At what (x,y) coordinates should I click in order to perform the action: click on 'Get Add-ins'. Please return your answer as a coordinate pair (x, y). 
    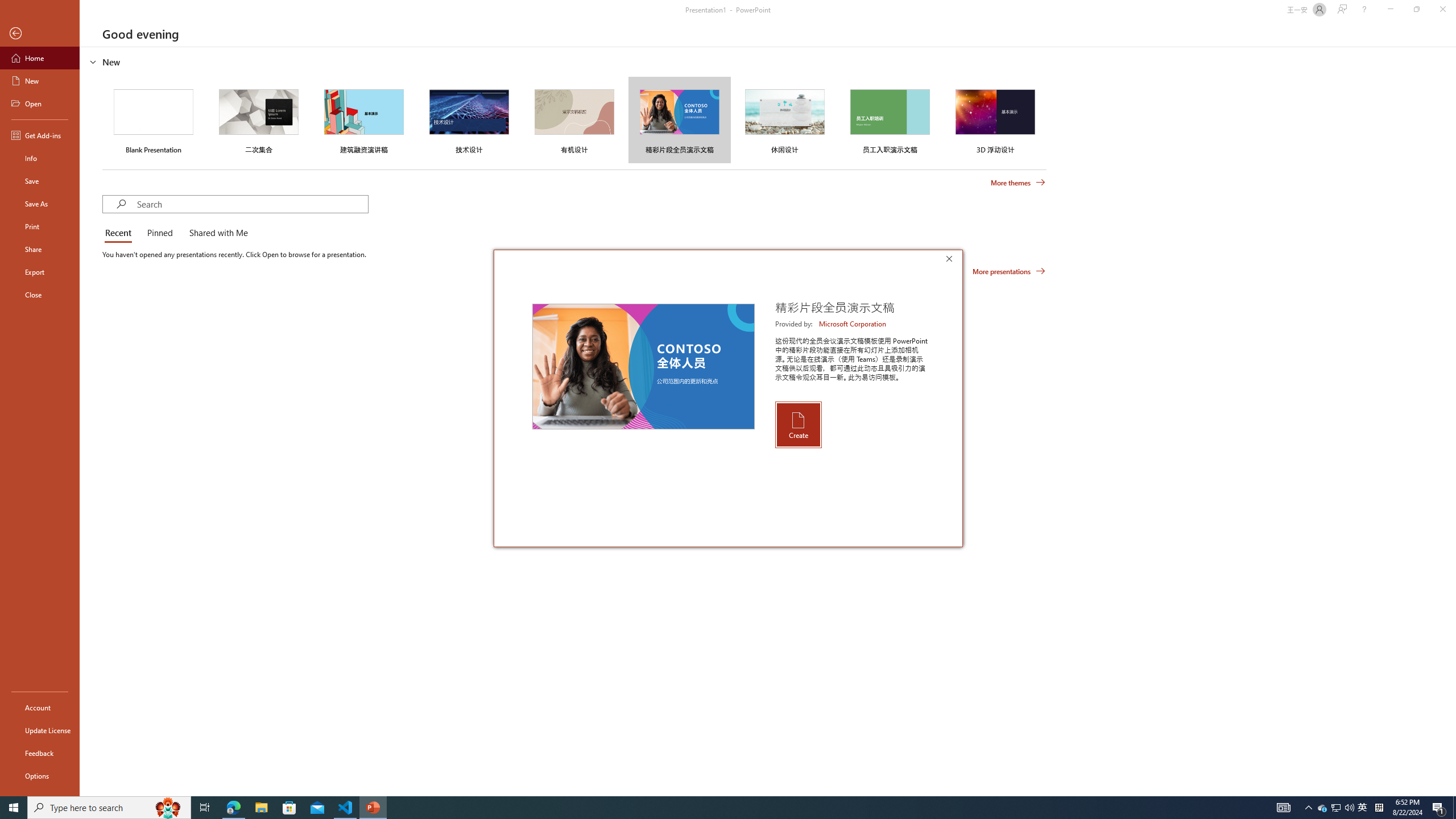
    Looking at the image, I should click on (39, 135).